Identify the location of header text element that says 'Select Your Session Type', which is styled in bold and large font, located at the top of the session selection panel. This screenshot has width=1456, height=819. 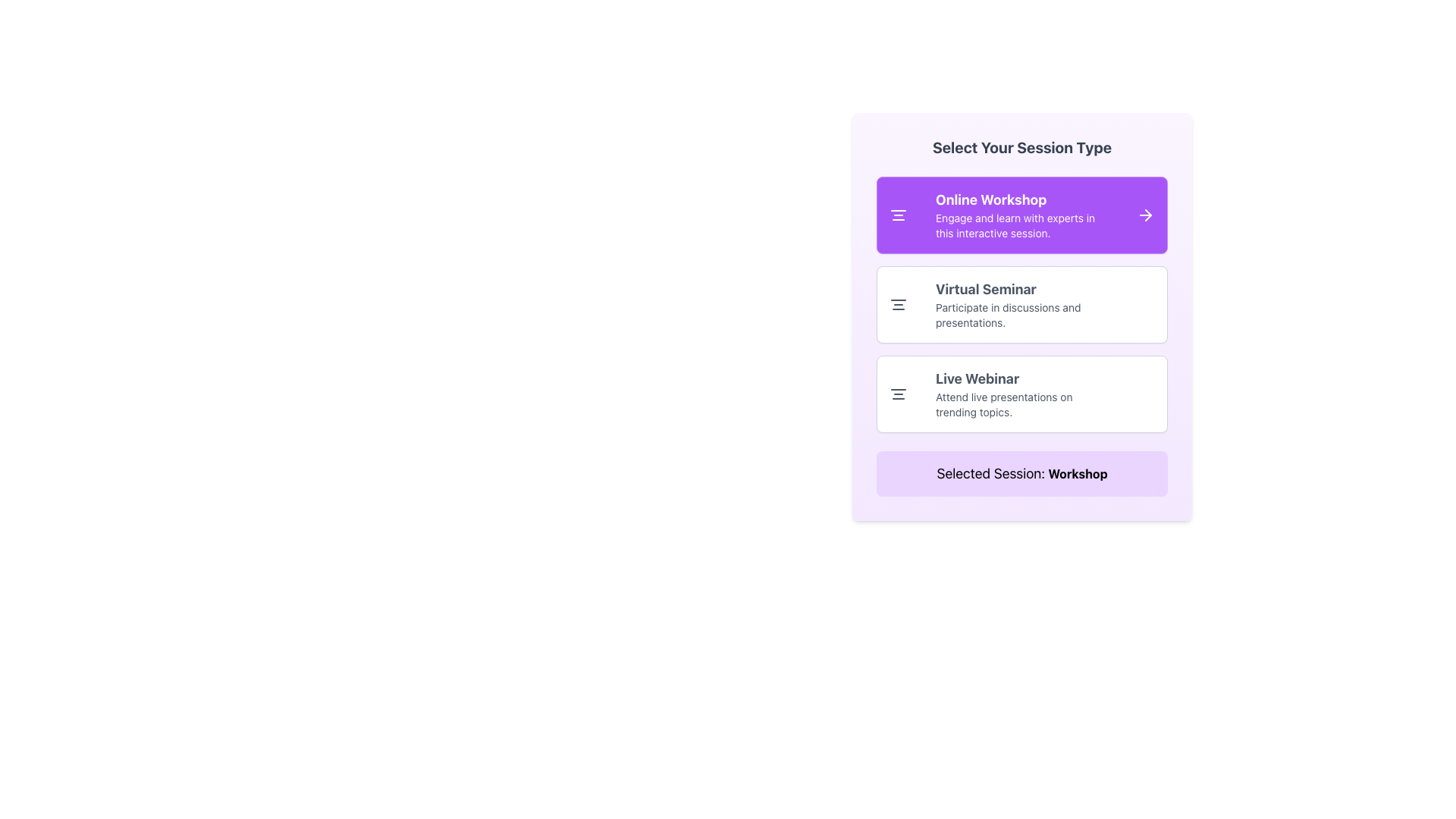
(1022, 148).